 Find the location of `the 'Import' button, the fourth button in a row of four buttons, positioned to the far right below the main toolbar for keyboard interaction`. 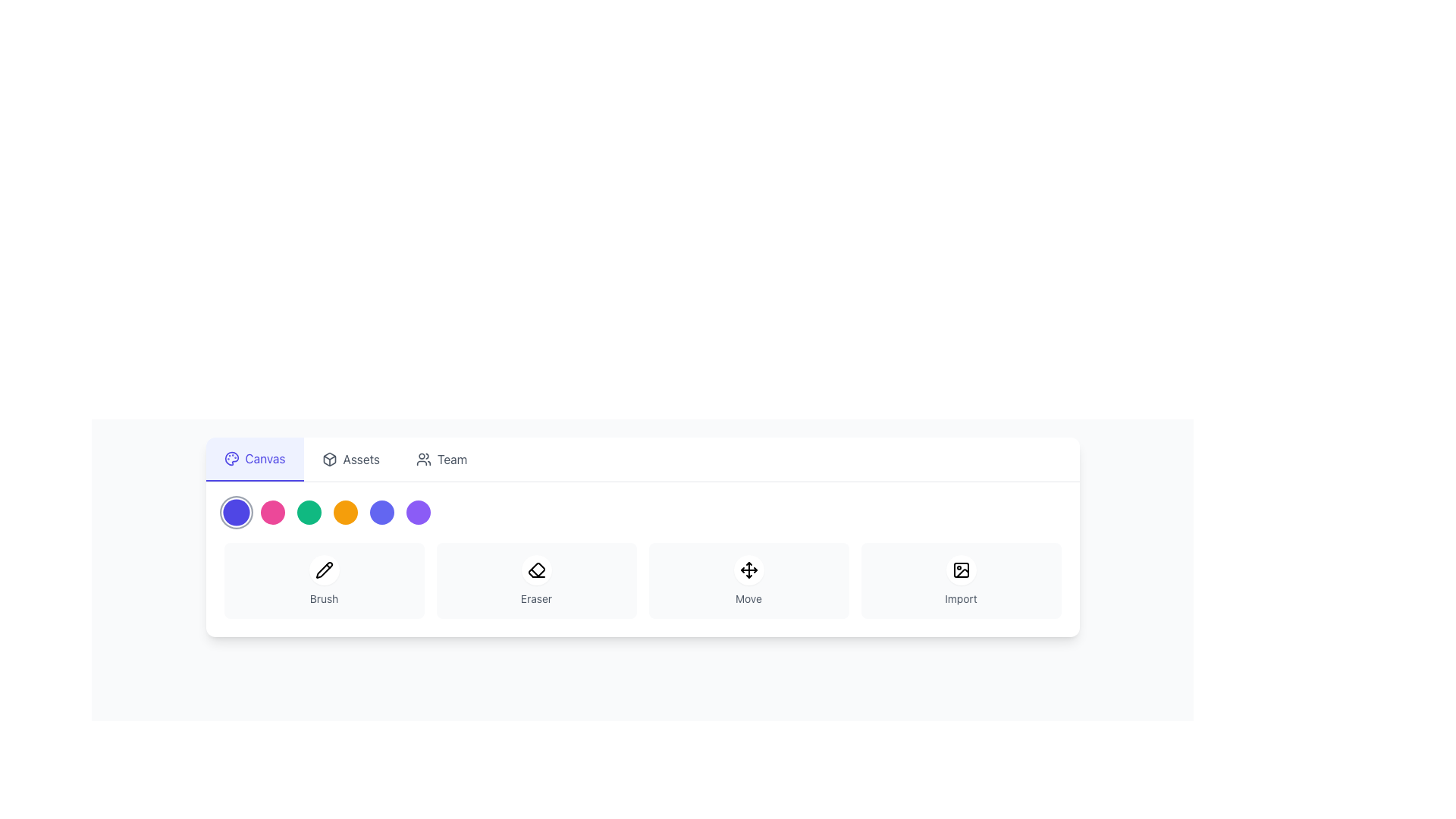

the 'Import' button, the fourth button in a row of four buttons, positioned to the far right below the main toolbar for keyboard interaction is located at coordinates (960, 580).